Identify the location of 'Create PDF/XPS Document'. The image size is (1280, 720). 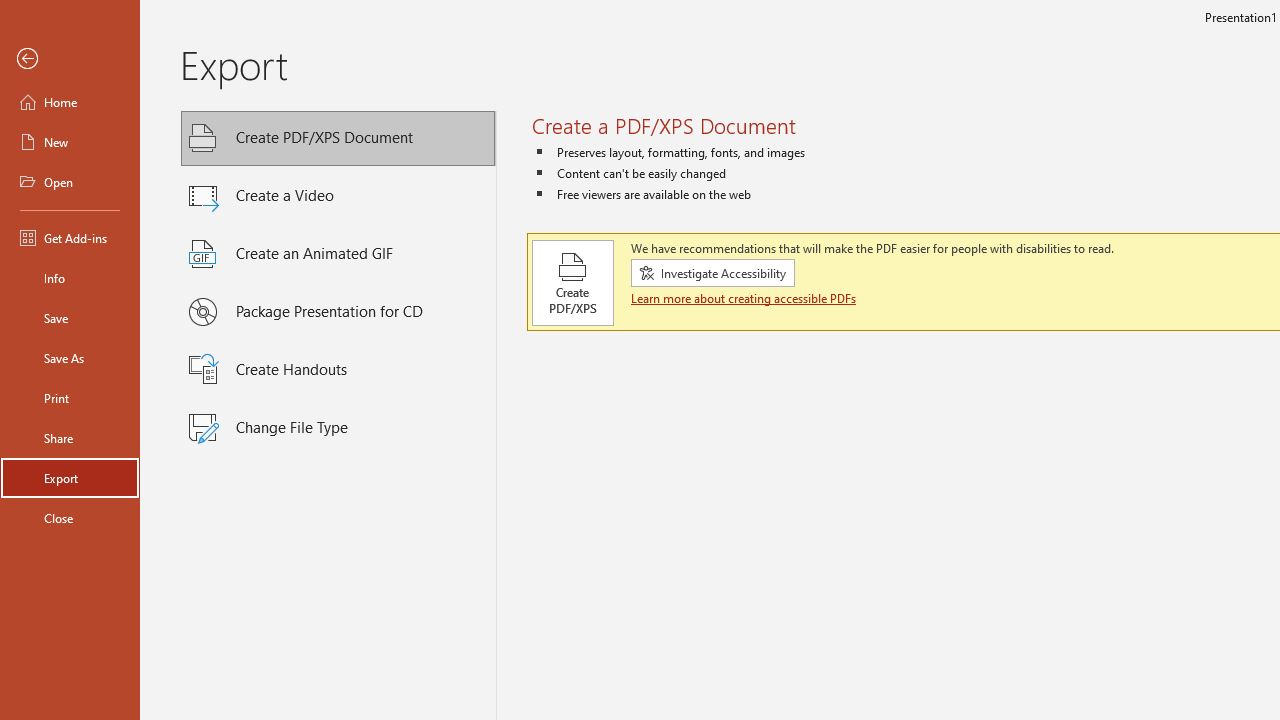
(338, 137).